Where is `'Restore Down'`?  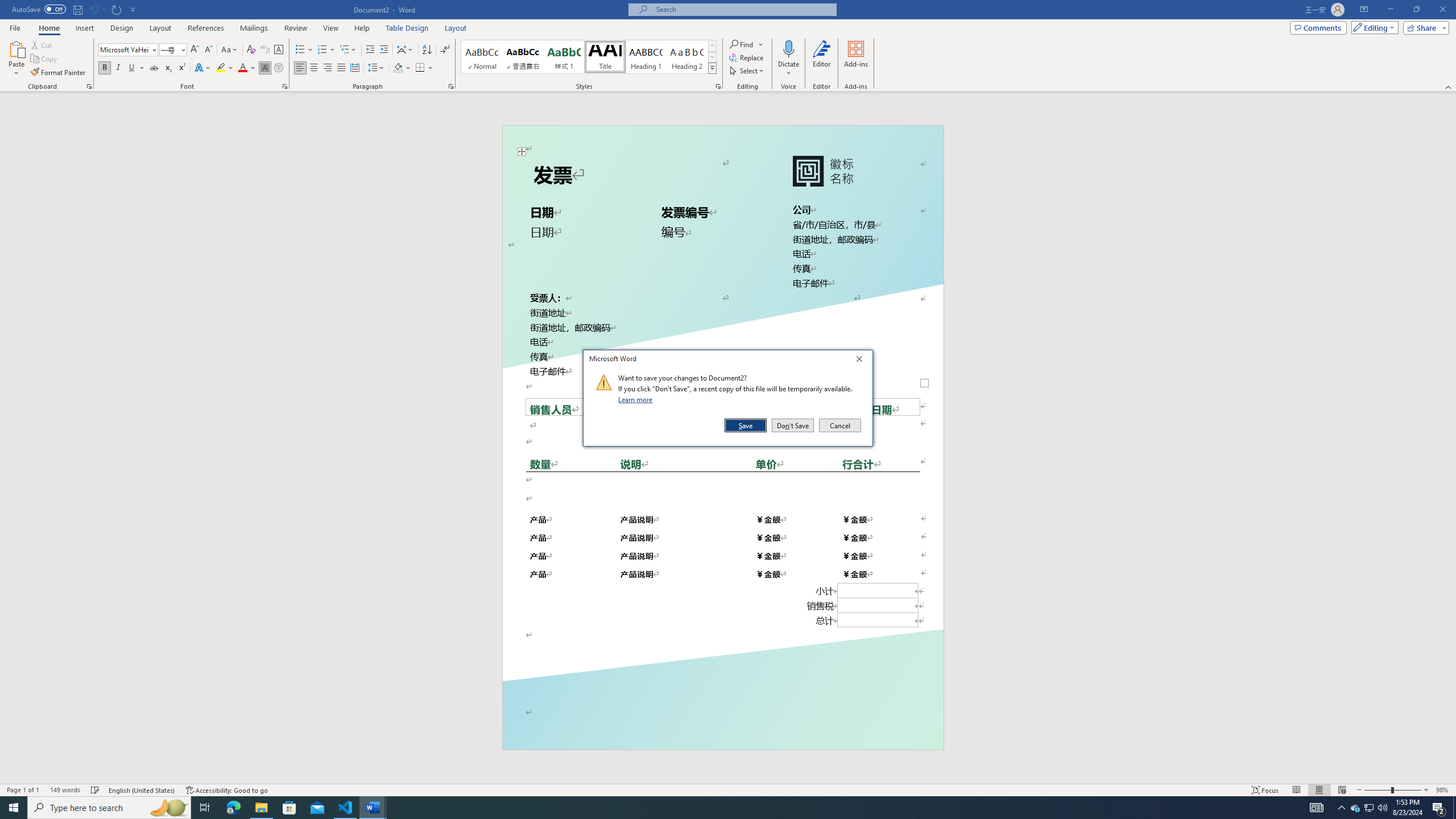
'Restore Down' is located at coordinates (1416, 9).